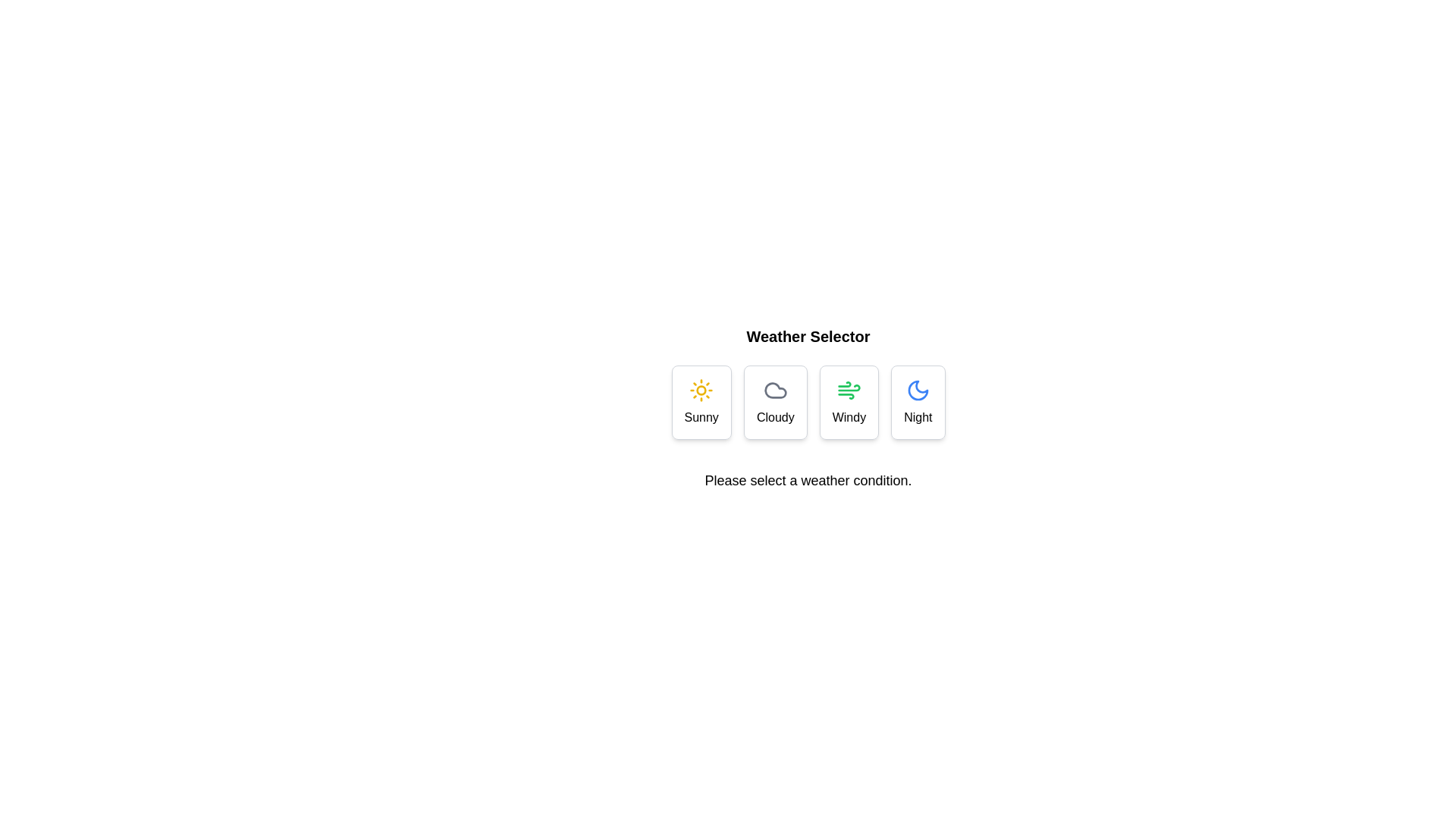 This screenshot has width=1456, height=819. What do you see at coordinates (701, 390) in the screenshot?
I see `the central circle of the sun icon, which represents the 'Sunny' weather selection option in the Weather Selector` at bounding box center [701, 390].